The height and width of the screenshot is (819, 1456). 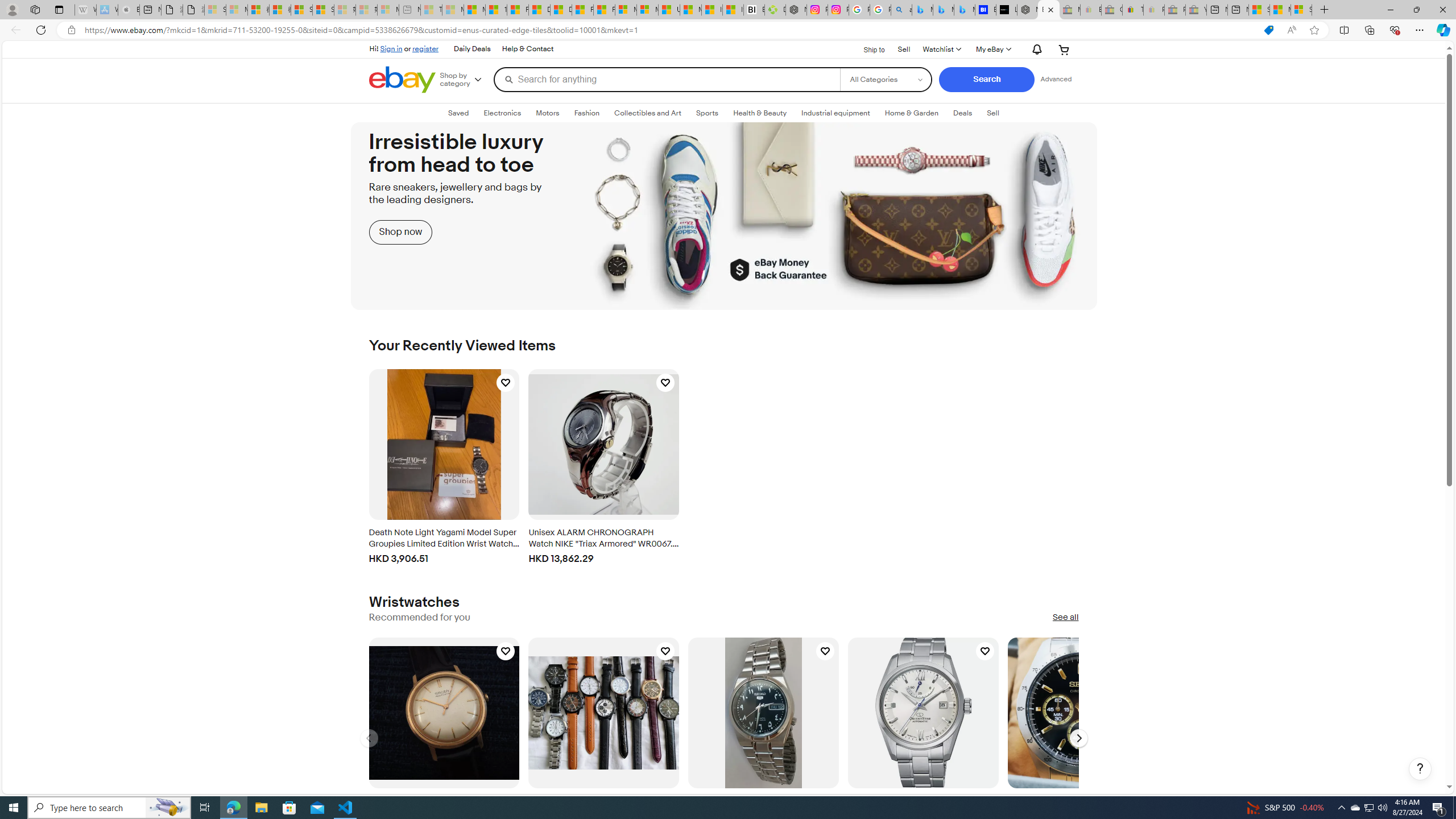 I want to click on 'Payments Terms of Use | eBay.com - Sleeping', so click(x=1153, y=9).